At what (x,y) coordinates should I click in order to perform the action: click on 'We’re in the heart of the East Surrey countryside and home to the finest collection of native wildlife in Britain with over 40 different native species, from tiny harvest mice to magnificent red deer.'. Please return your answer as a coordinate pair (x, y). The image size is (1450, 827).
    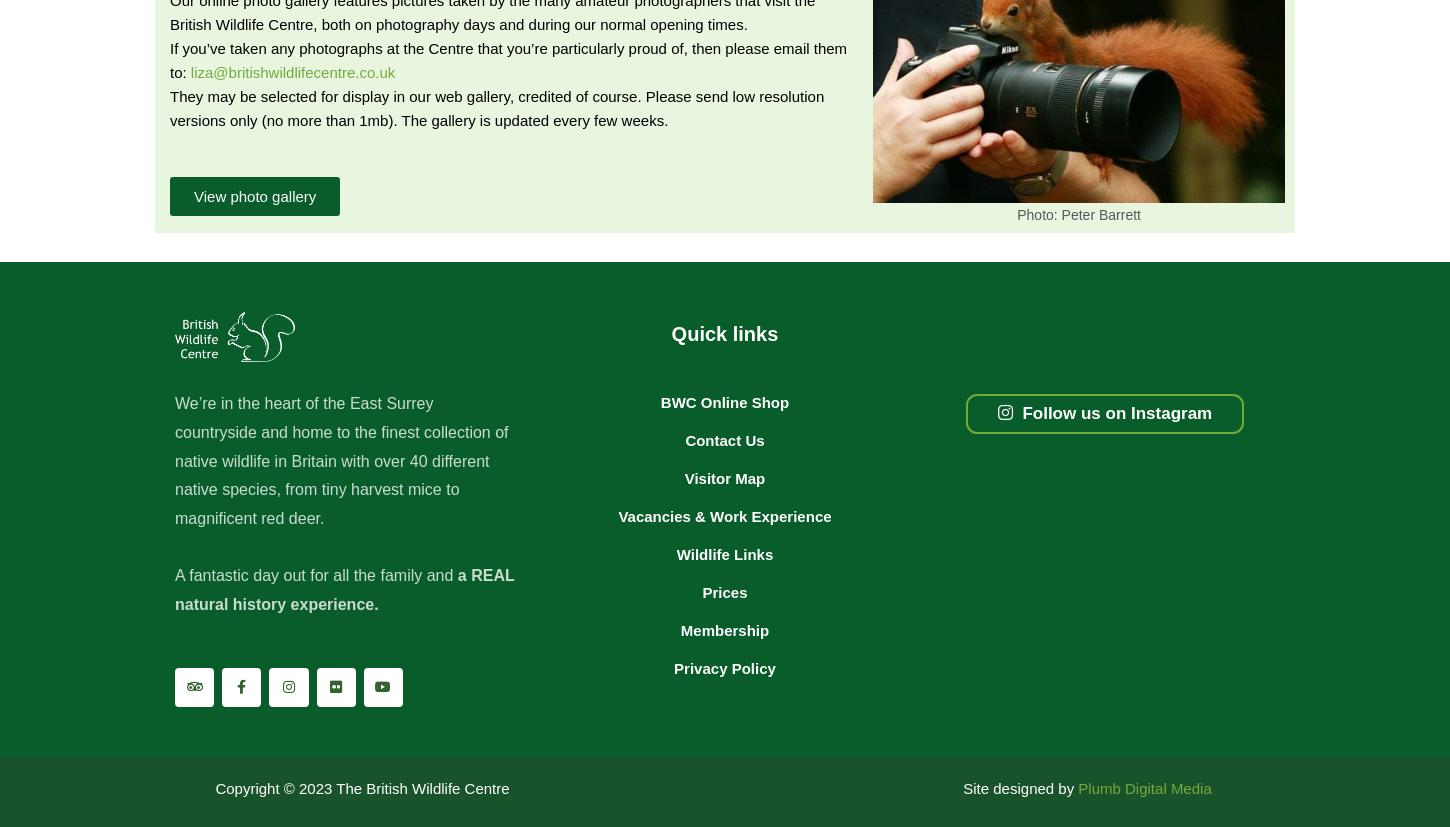
    Looking at the image, I should click on (341, 460).